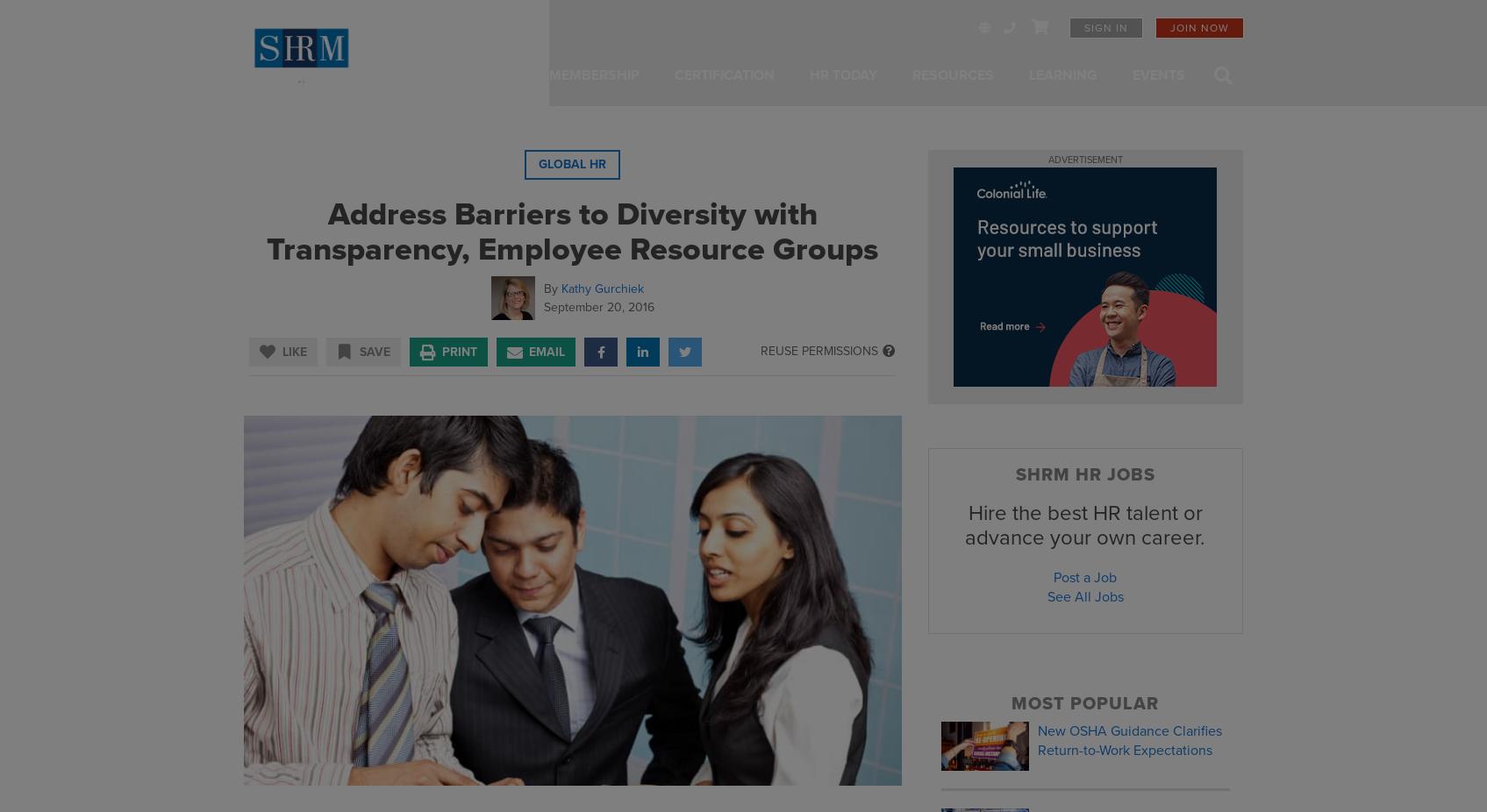 This screenshot has width=1487, height=812. Describe the element at coordinates (459, 351) in the screenshot. I see `'PRINT'` at that location.